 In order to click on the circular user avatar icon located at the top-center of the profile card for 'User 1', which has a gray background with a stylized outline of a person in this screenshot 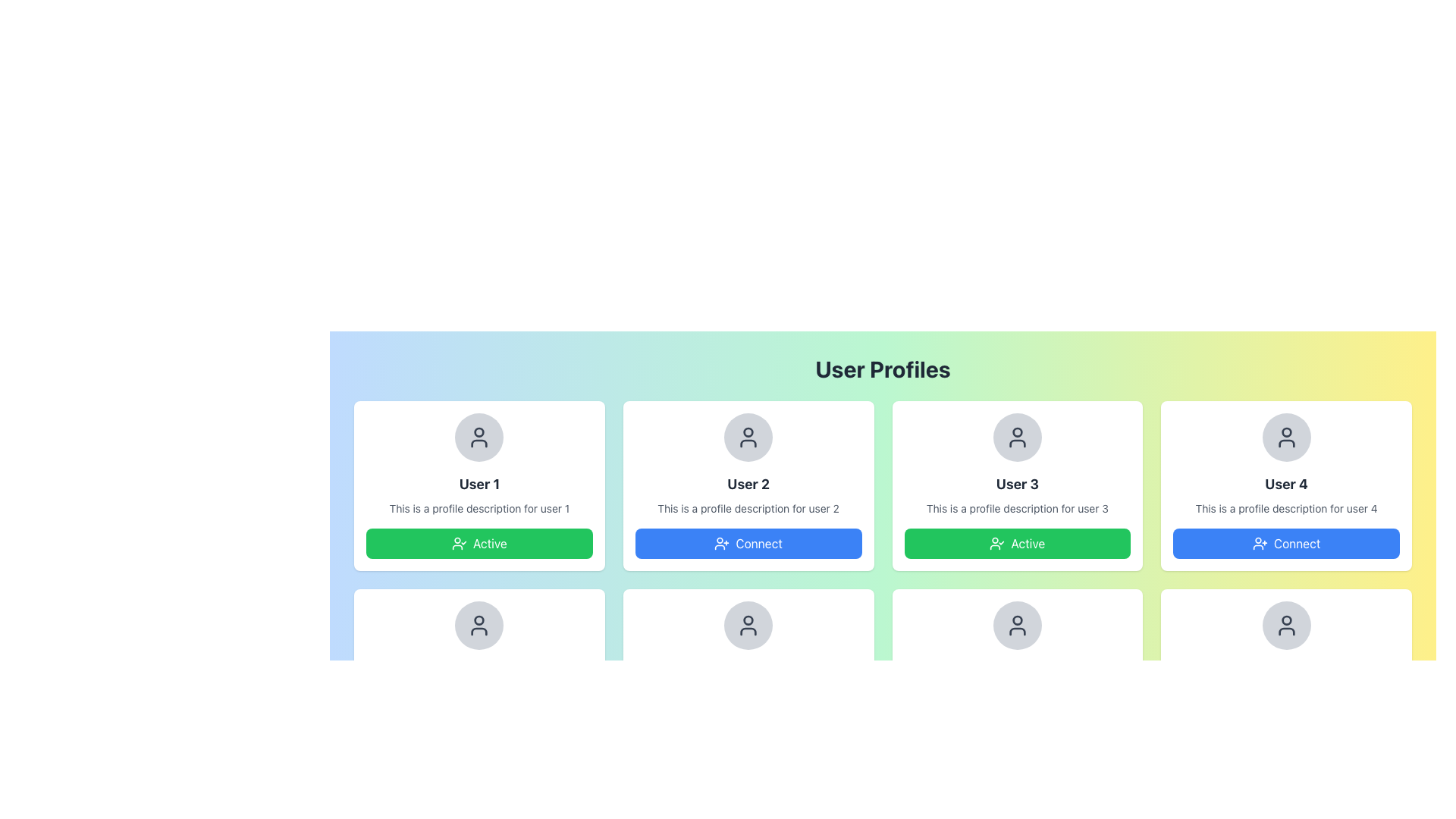, I will do `click(479, 438)`.